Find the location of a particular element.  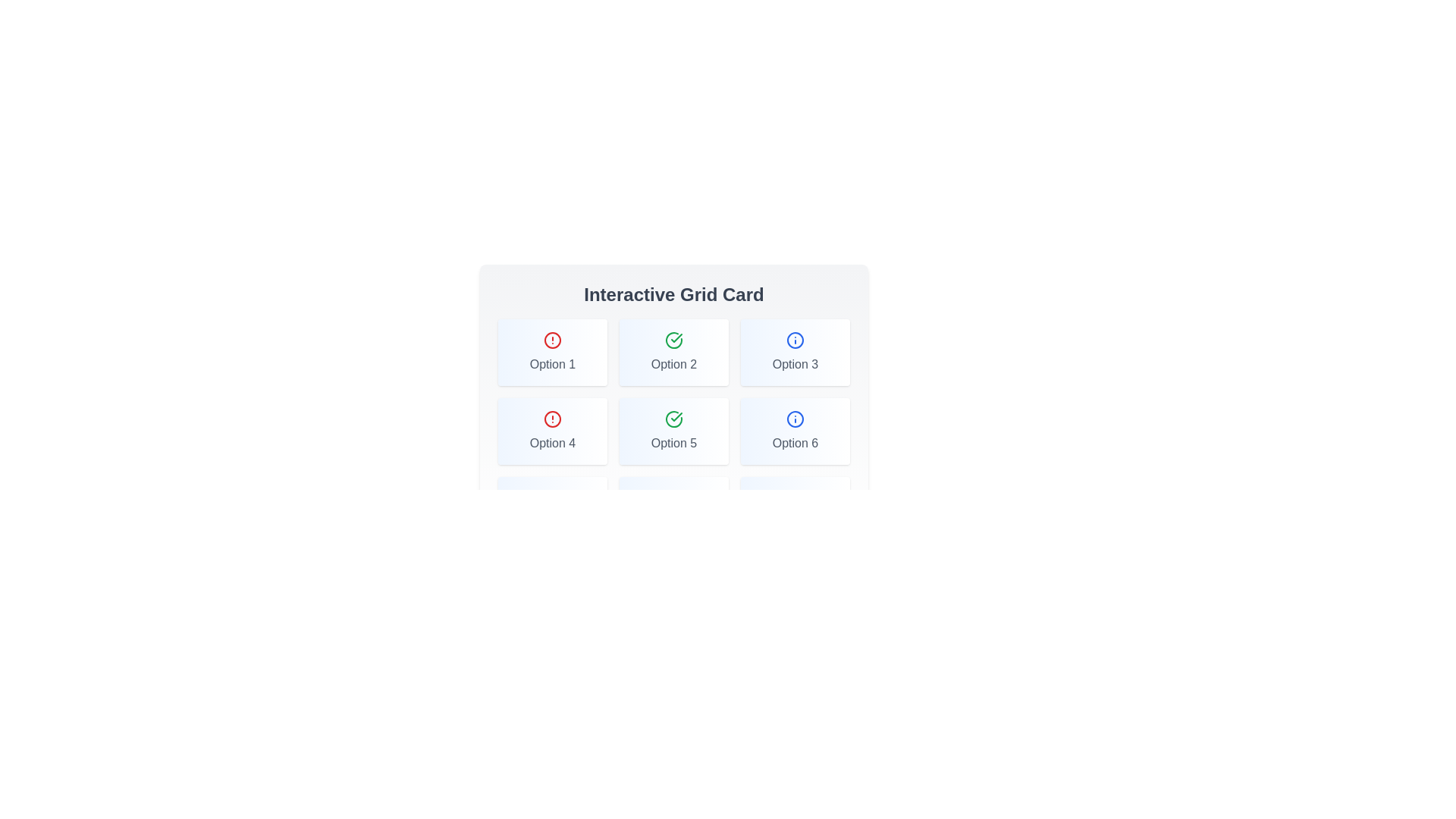

the 'Option 6' text label, which is styled with a gray font color and located in the lower-right corner of a grid layout is located at coordinates (795, 444).